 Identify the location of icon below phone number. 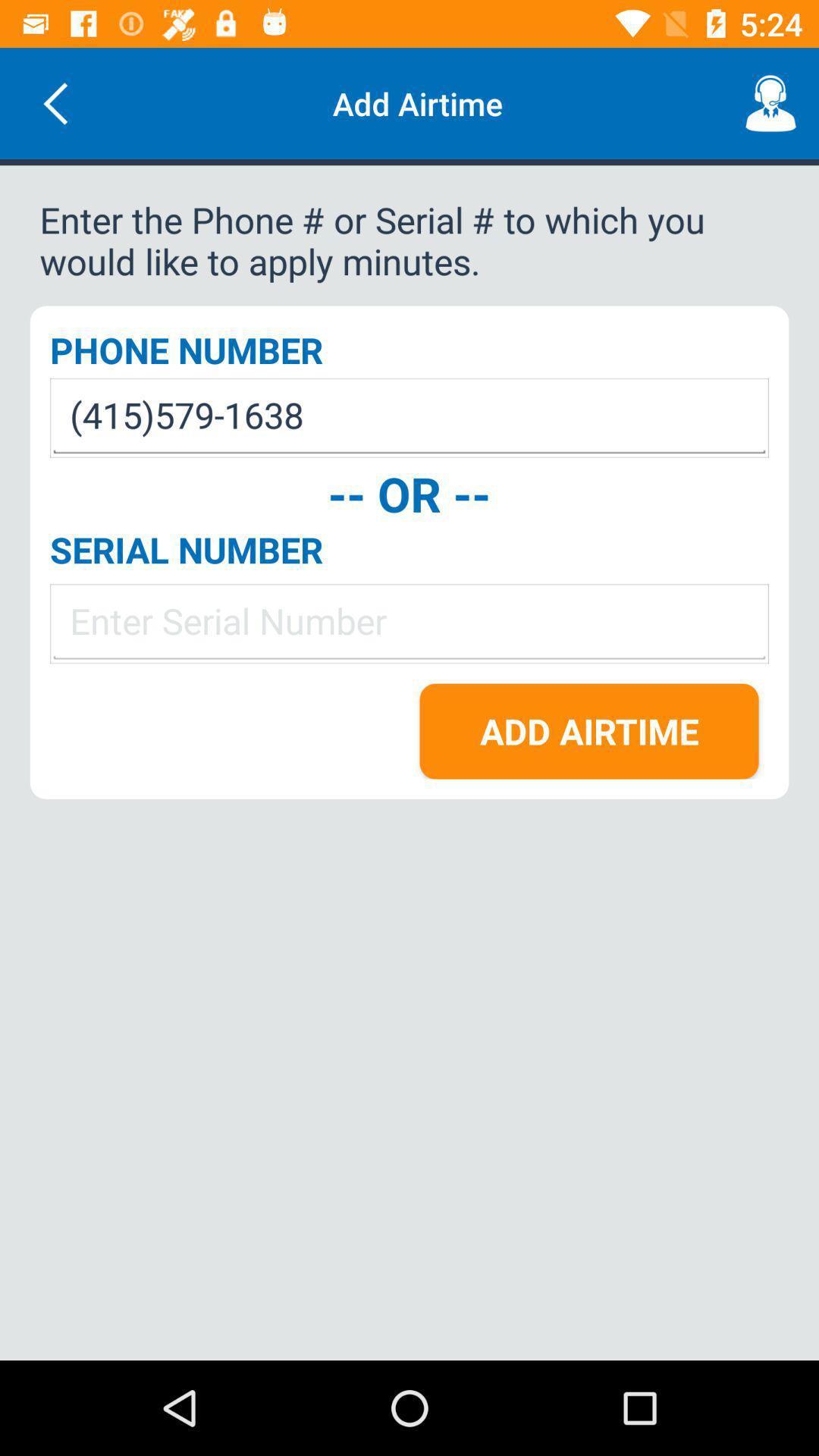
(409, 418).